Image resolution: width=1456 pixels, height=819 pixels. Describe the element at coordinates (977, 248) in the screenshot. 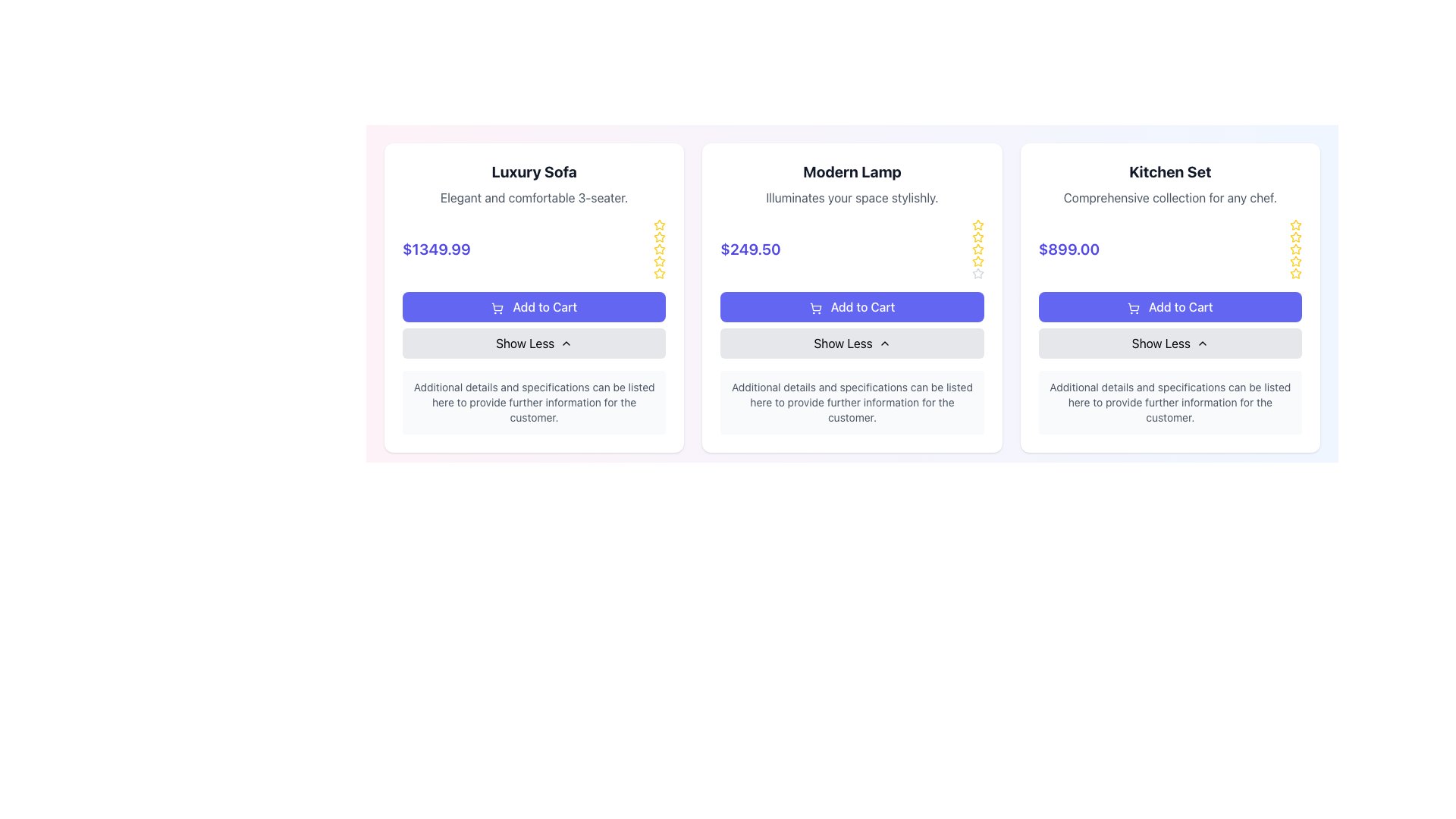

I see `the sixth gray star icon in the vertical sequence of star icons used for rating the 'Modern Lamp' product, which is located in the rightmost portion of the product card` at that location.